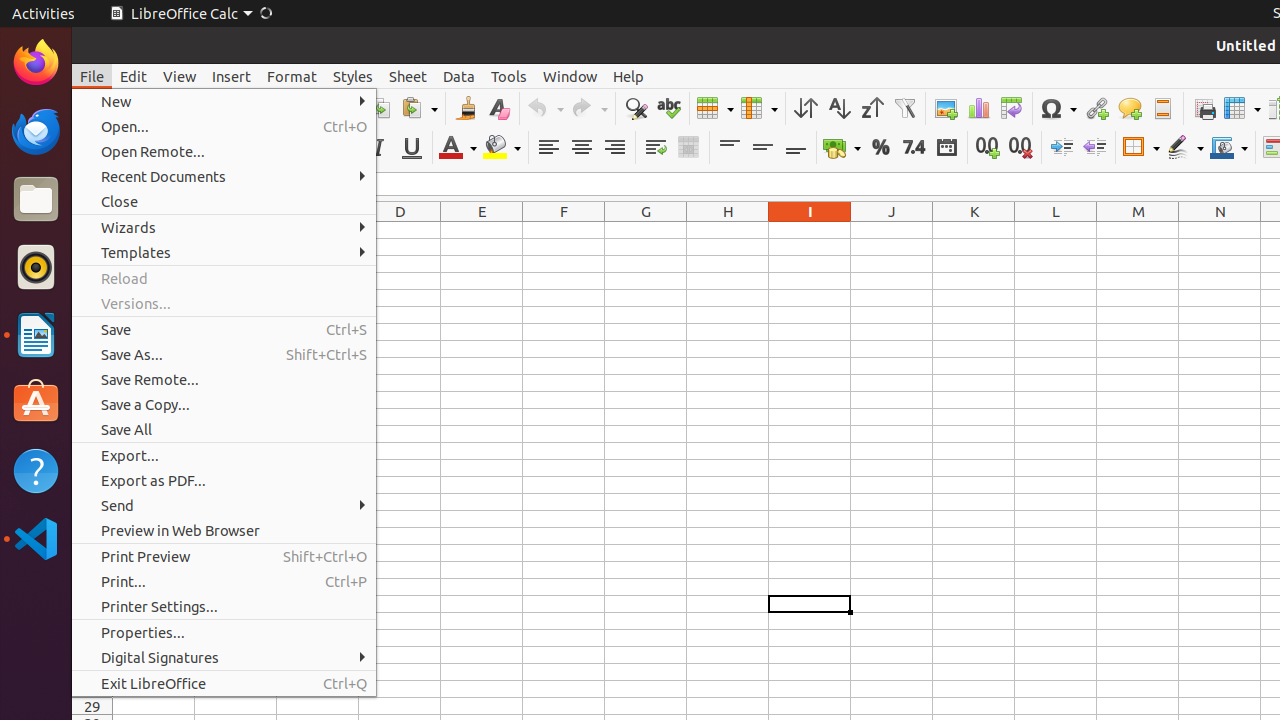 This screenshot has width=1280, height=720. I want to click on 'Sort', so click(805, 108).